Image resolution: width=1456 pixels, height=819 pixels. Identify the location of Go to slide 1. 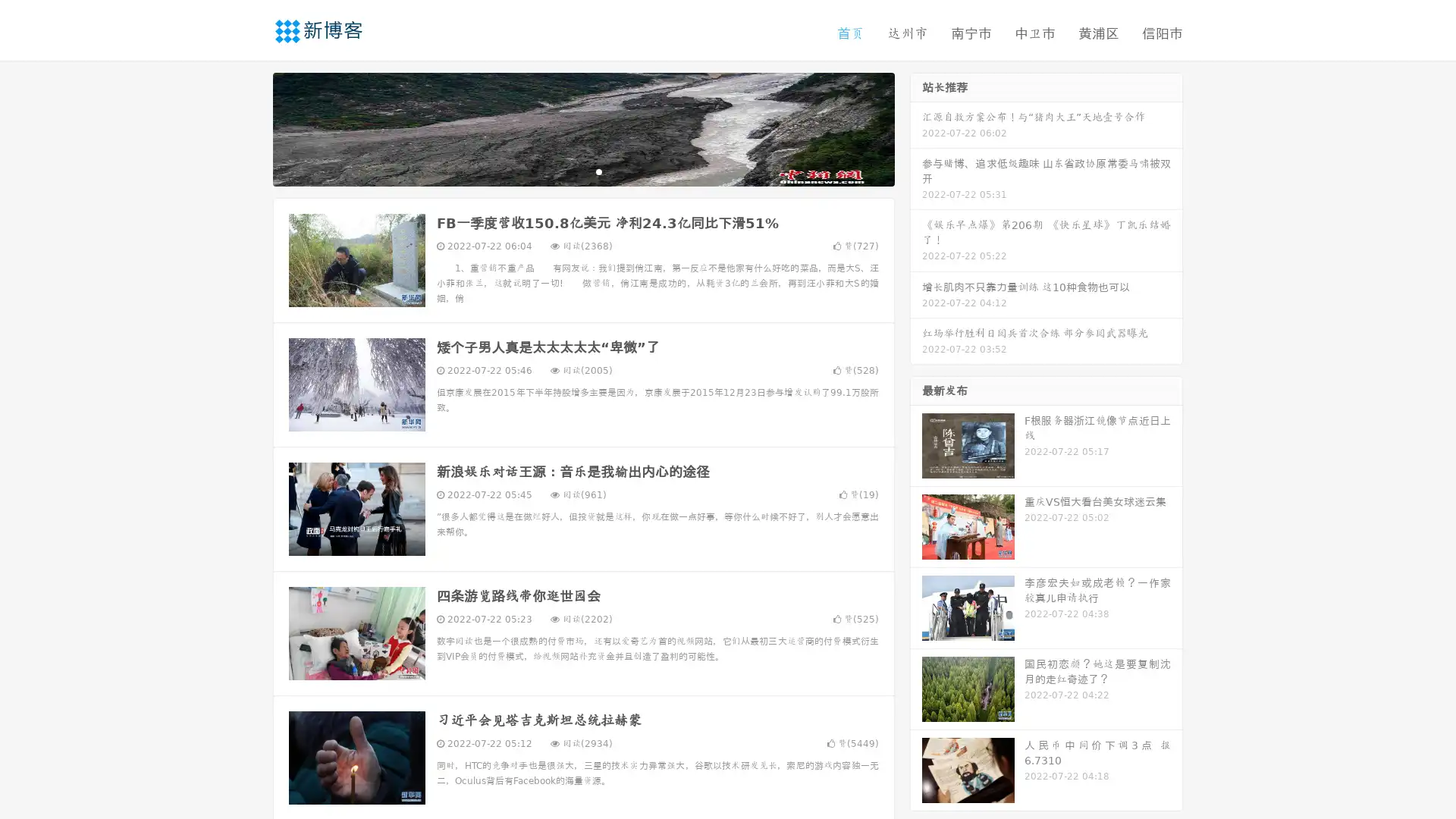
(567, 171).